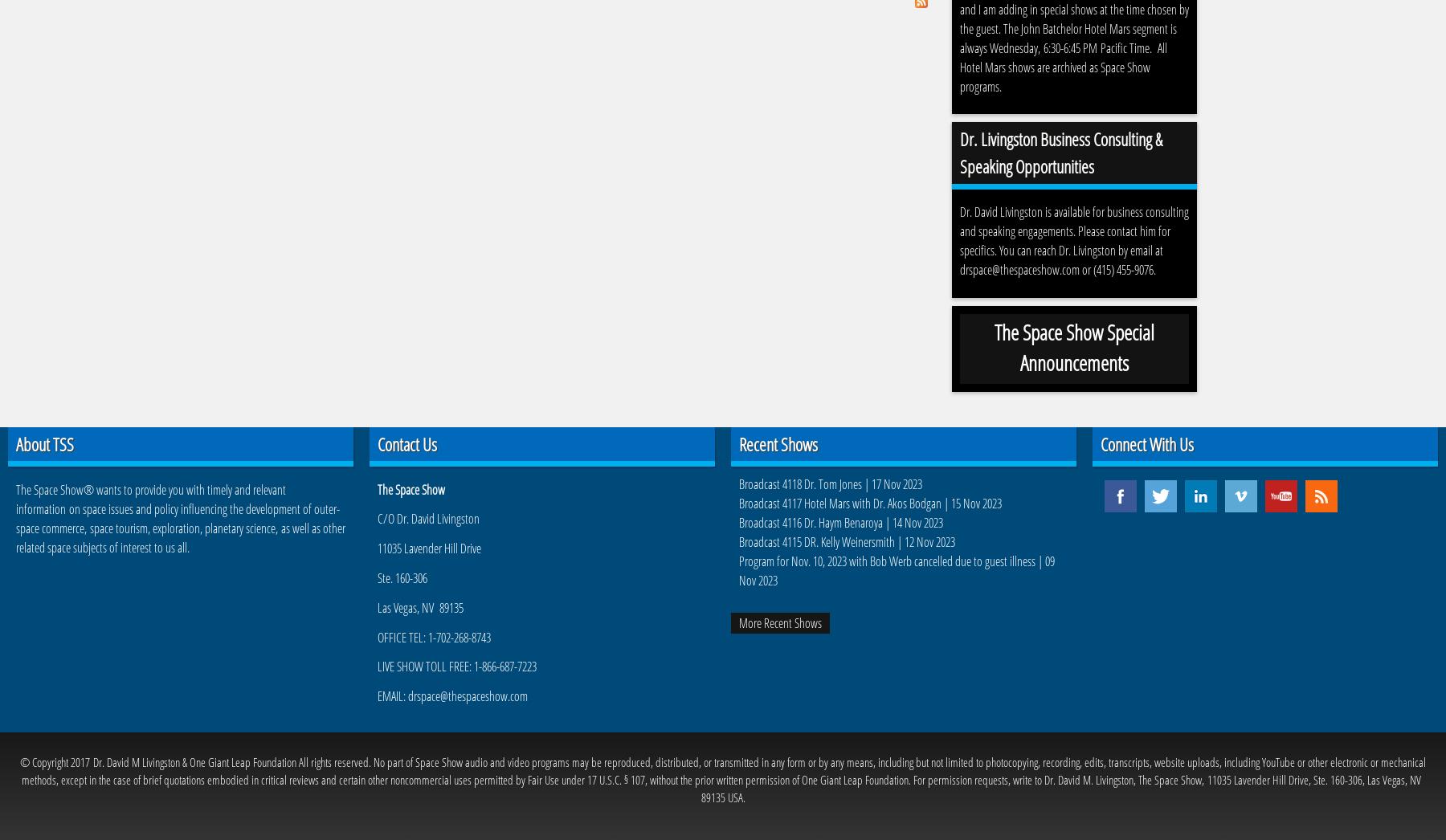  Describe the element at coordinates (897, 570) in the screenshot. I see `'Program for Nov. 10, 2023 with Bob Werb cancelled due to guest illness | 09 Nov 2023'` at that location.